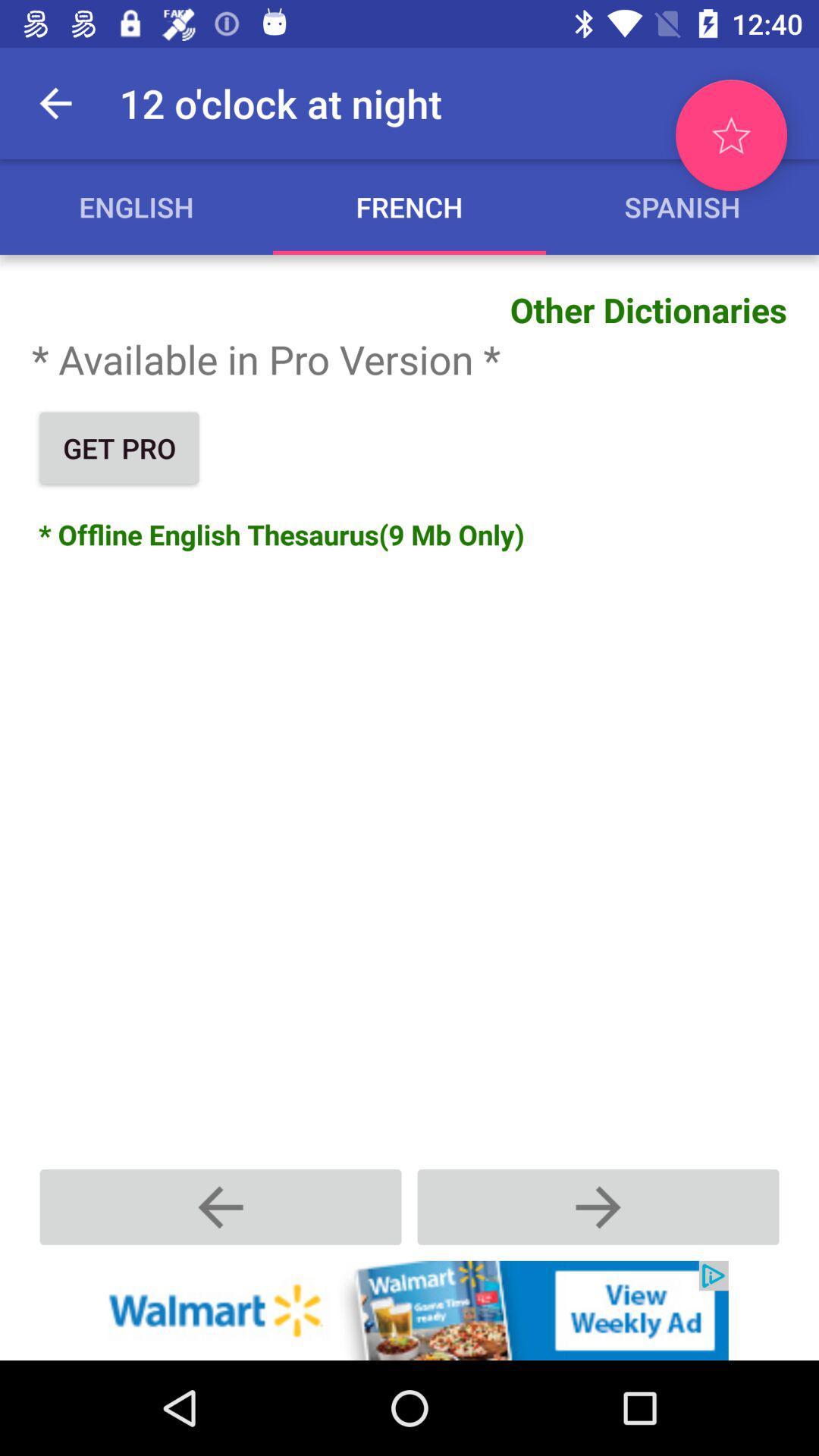 The image size is (819, 1456). I want to click on advertisement, so click(409, 1310).